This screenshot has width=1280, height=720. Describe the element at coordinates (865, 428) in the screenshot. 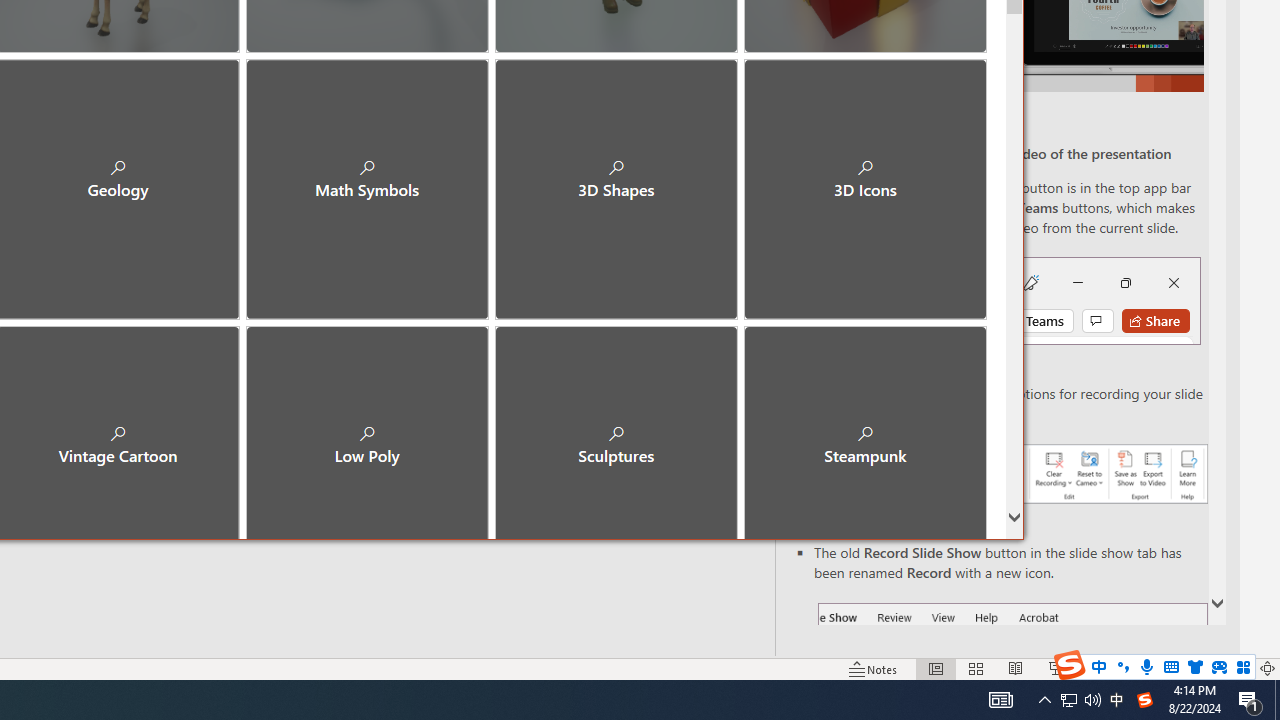

I see `'Steampunk'` at that location.